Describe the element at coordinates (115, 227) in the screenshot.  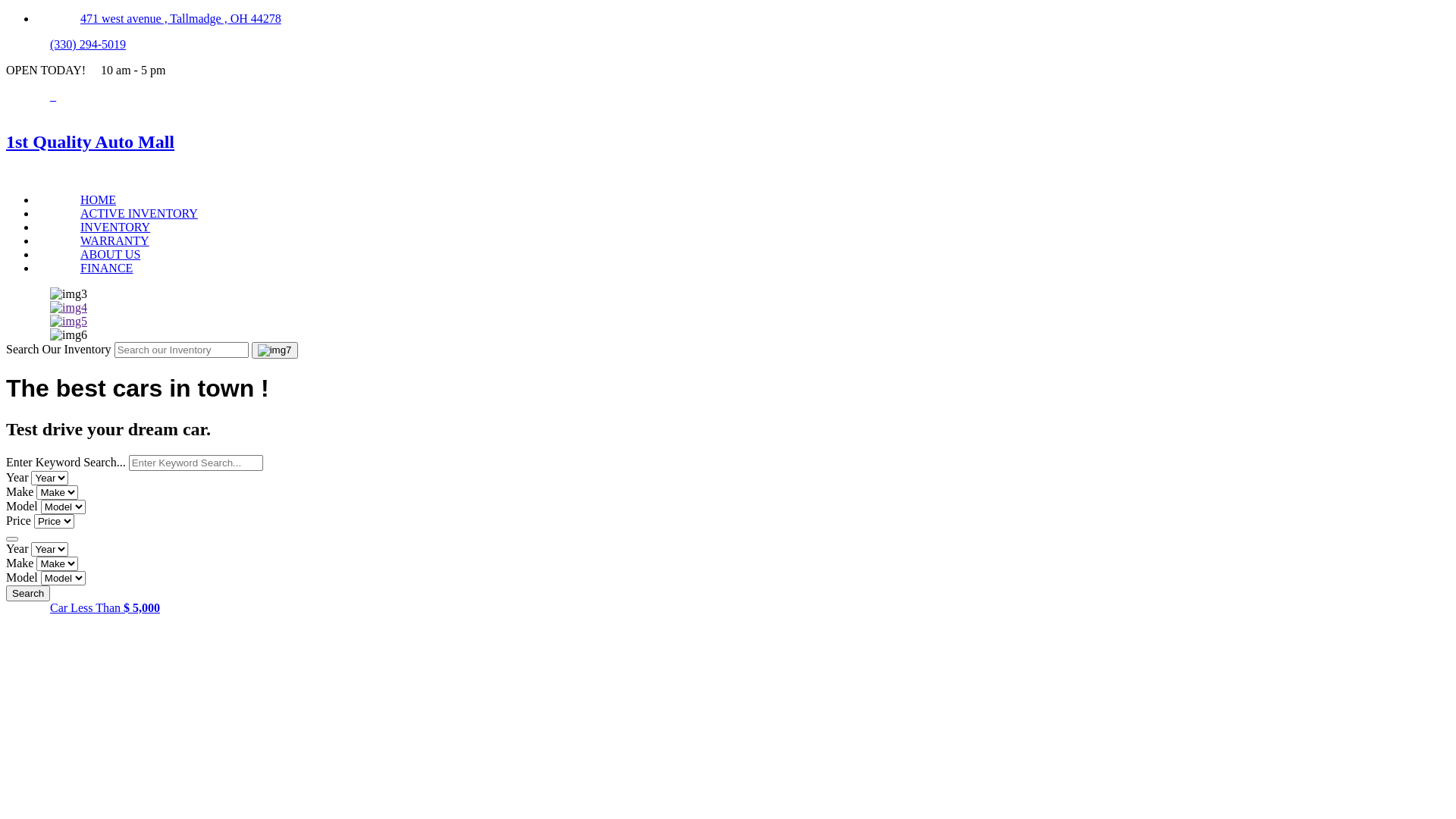
I see `'INVENTORY'` at that location.